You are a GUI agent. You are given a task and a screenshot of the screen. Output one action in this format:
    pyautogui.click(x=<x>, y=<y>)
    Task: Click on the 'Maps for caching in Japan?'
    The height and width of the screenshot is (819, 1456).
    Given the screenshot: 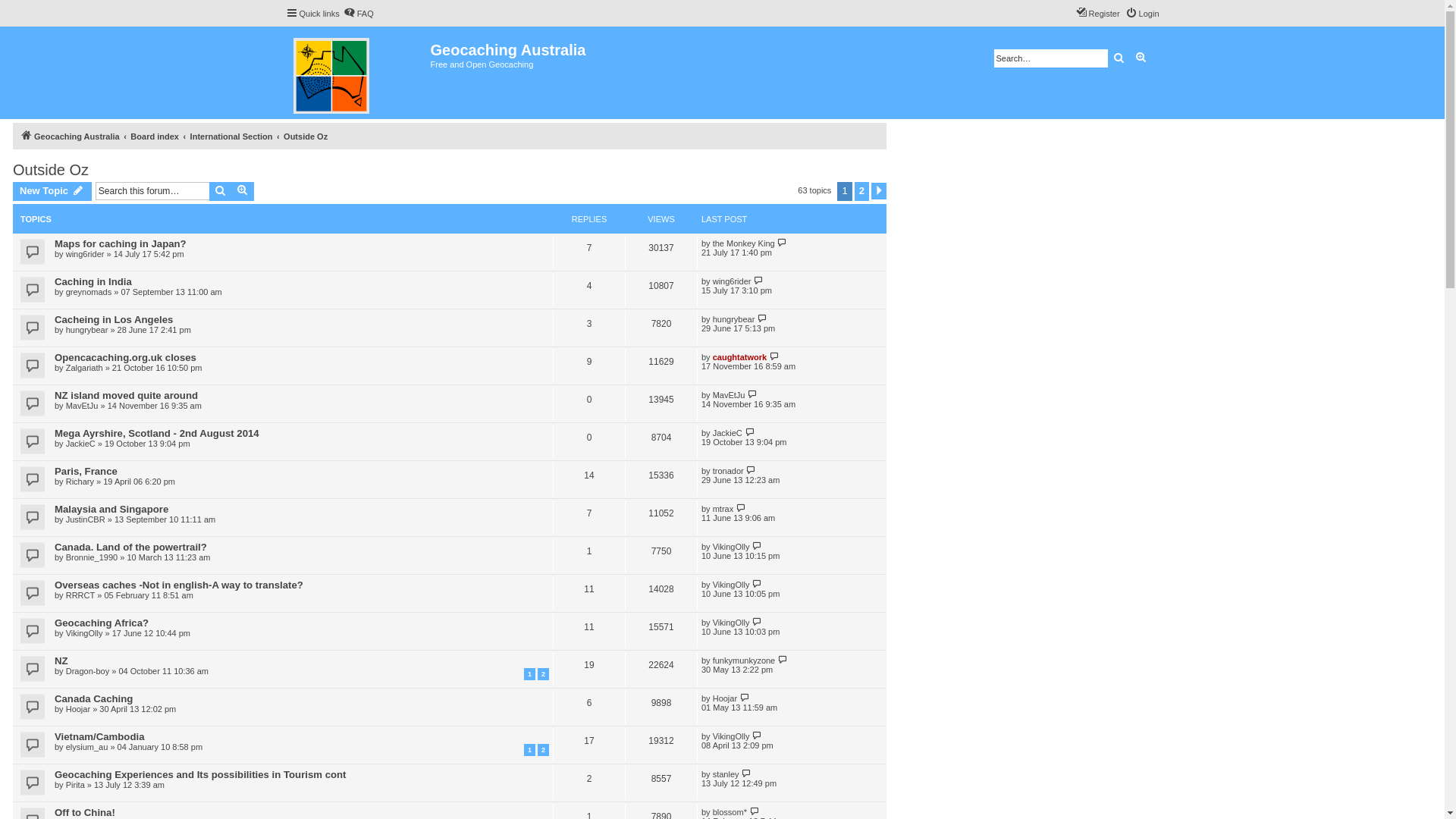 What is the action you would take?
    pyautogui.click(x=119, y=243)
    